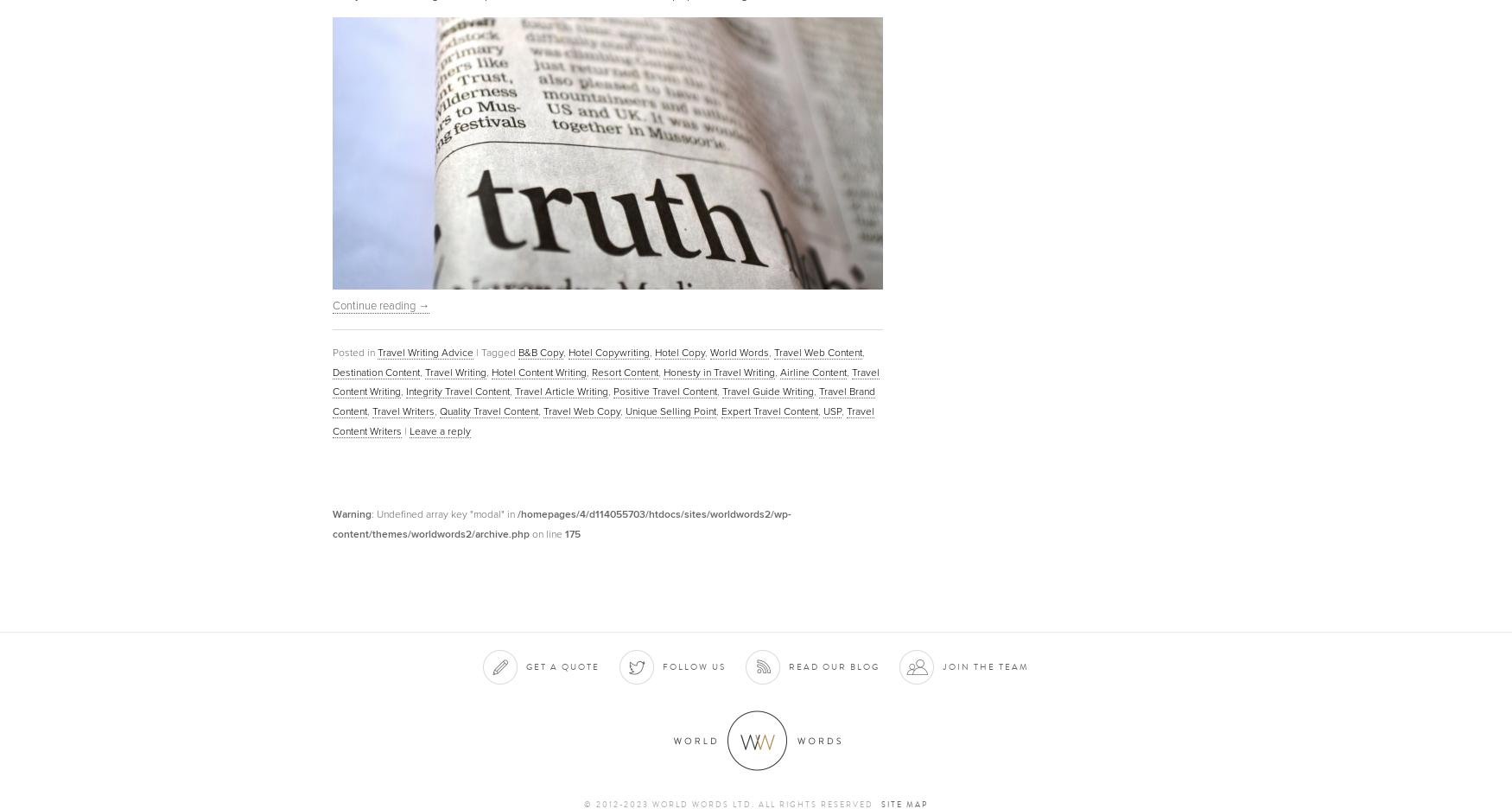  What do you see at coordinates (332, 304) in the screenshot?
I see `'Continue reading'` at bounding box center [332, 304].